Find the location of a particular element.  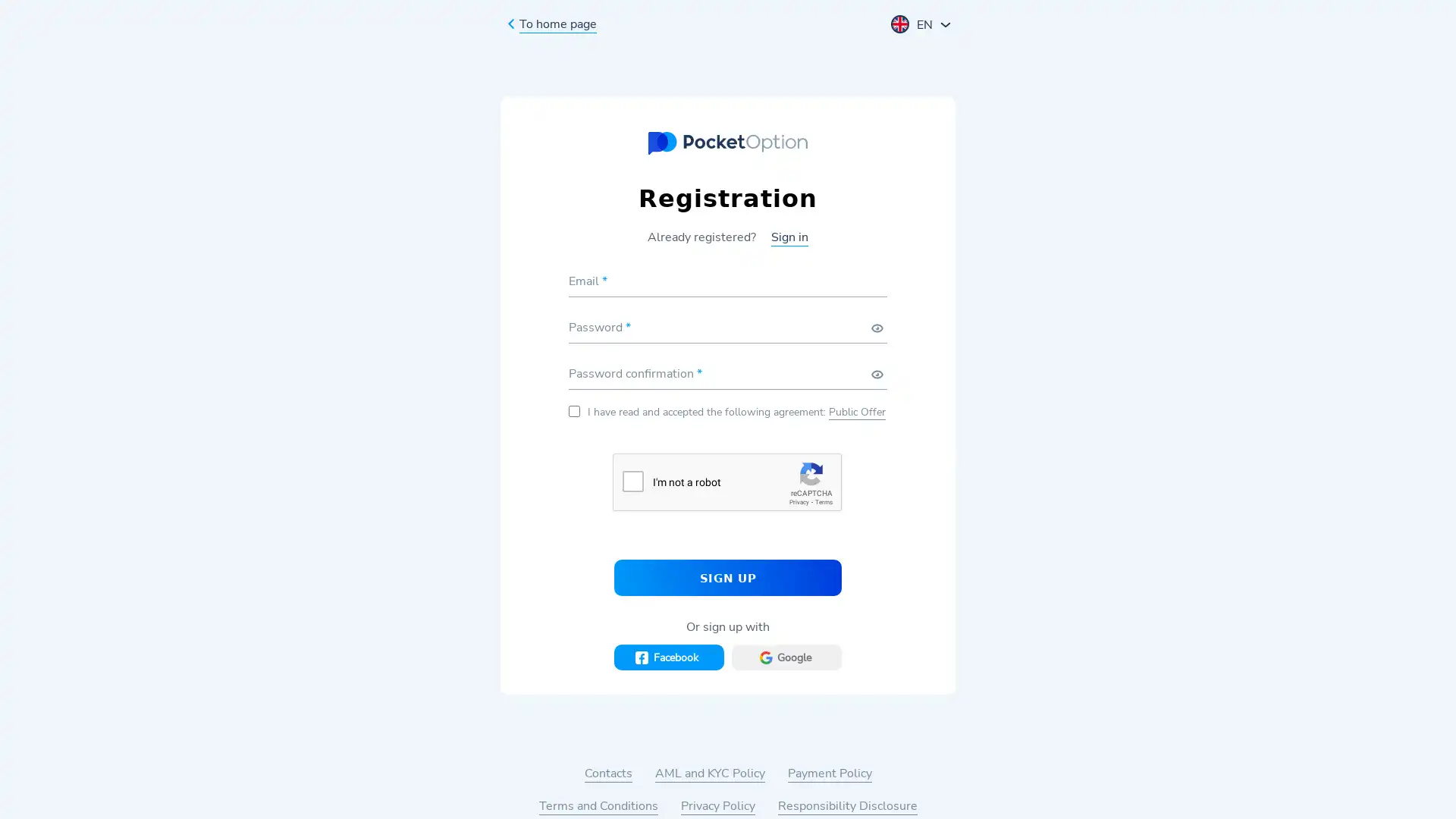

SIGN UP is located at coordinates (728, 576).